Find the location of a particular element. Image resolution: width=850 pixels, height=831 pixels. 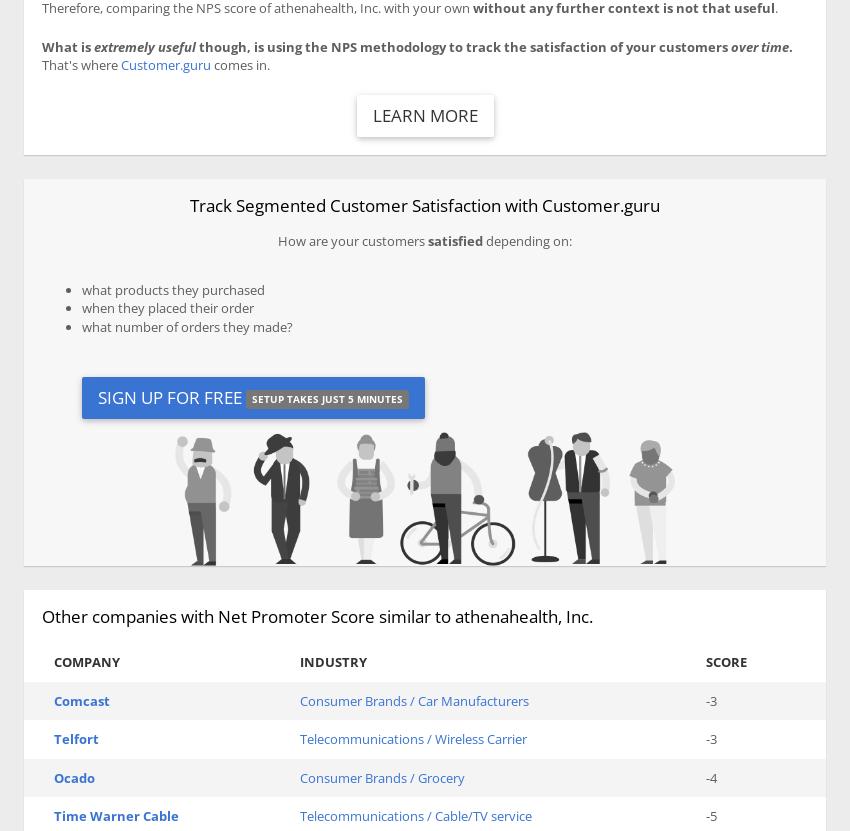

'Comcast' is located at coordinates (82, 699).